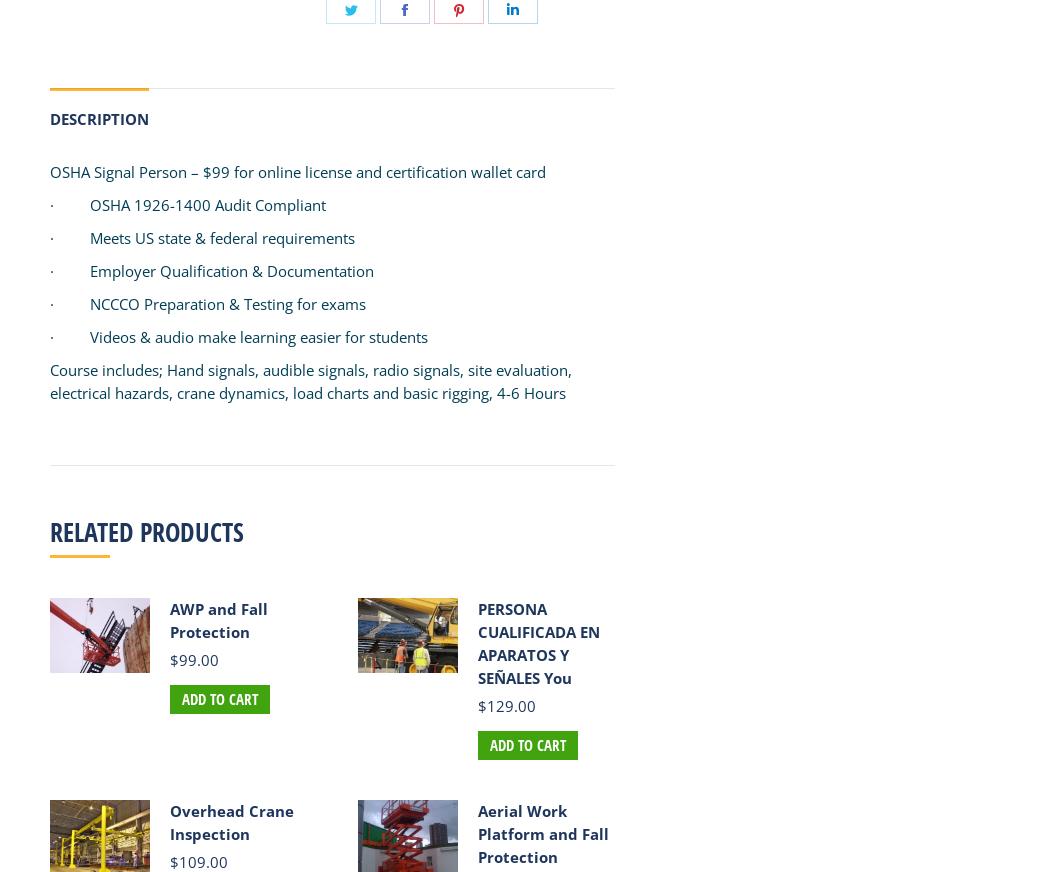 This screenshot has height=872, width=1050. What do you see at coordinates (538, 643) in the screenshot?
I see `'PERSONA CUALIFICADA EN APARATOS Y SEÑALES You'` at bounding box center [538, 643].